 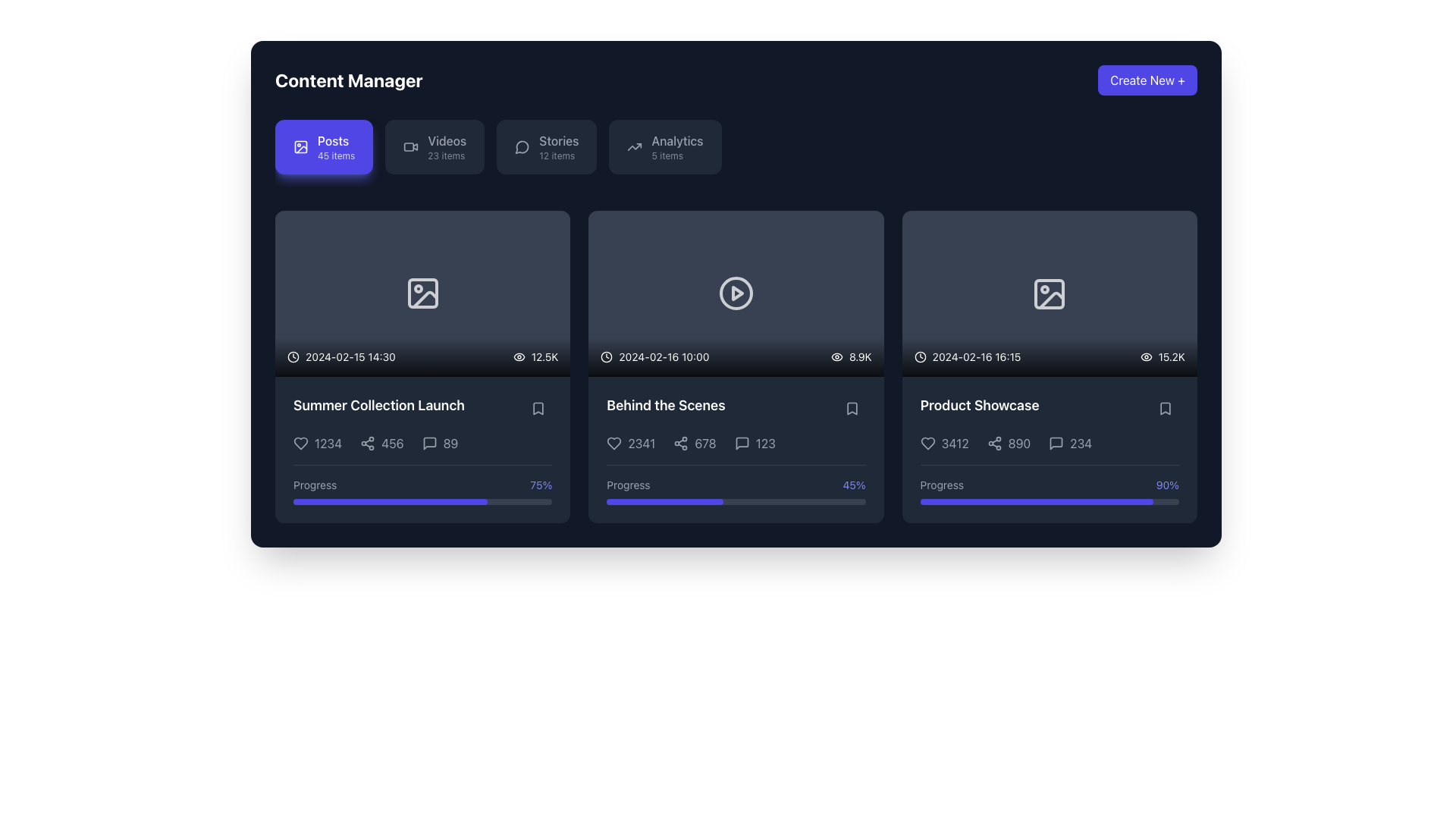 What do you see at coordinates (1048, 293) in the screenshot?
I see `the graphical component located in the upper right section of the image icon of the last card titled 'Product Showcase' to interact with it` at bounding box center [1048, 293].